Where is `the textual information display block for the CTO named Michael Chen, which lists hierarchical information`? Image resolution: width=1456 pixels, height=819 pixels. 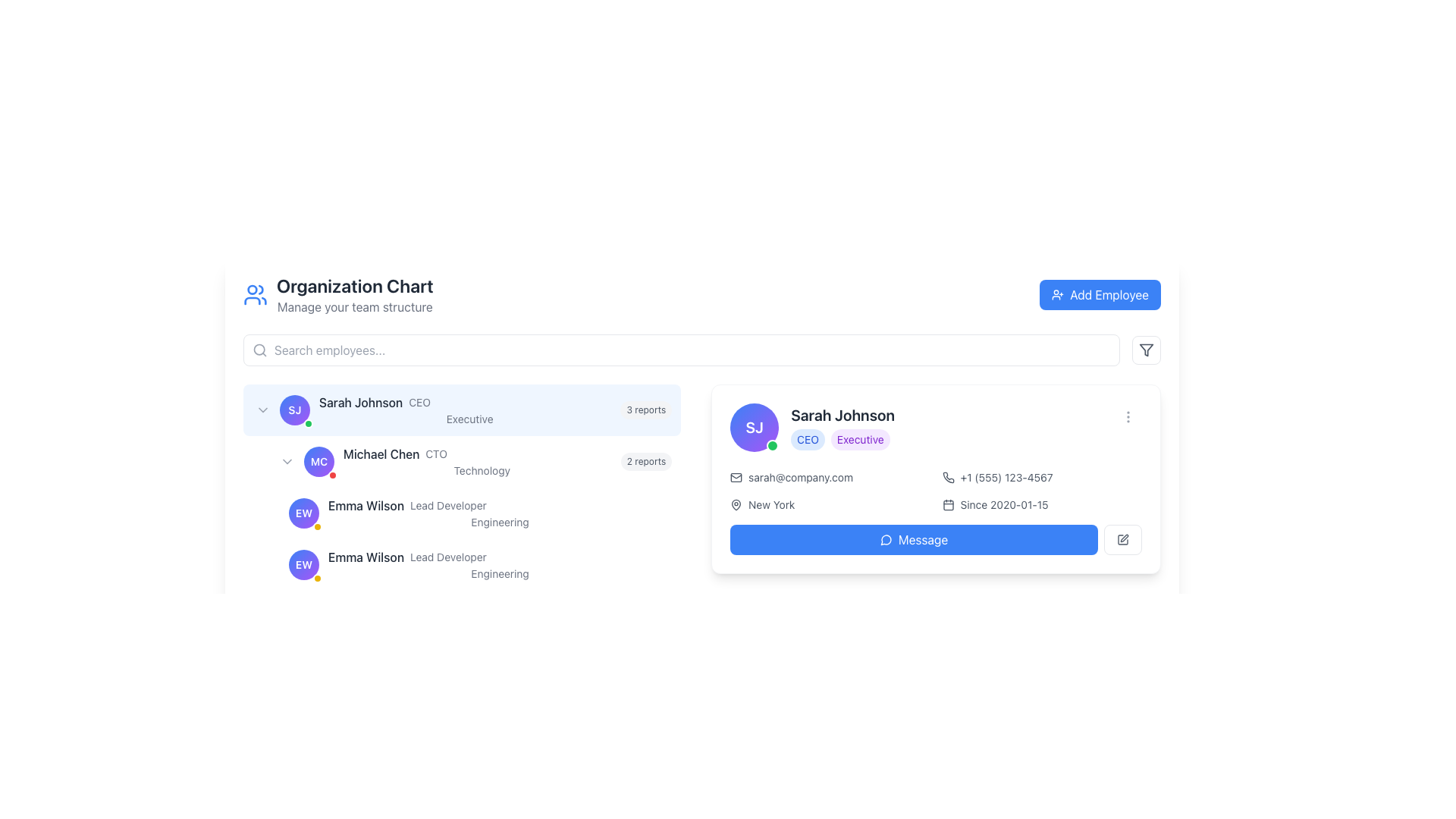
the textual information display block for the CTO named Michael Chen, which lists hierarchical information is located at coordinates (467, 488).